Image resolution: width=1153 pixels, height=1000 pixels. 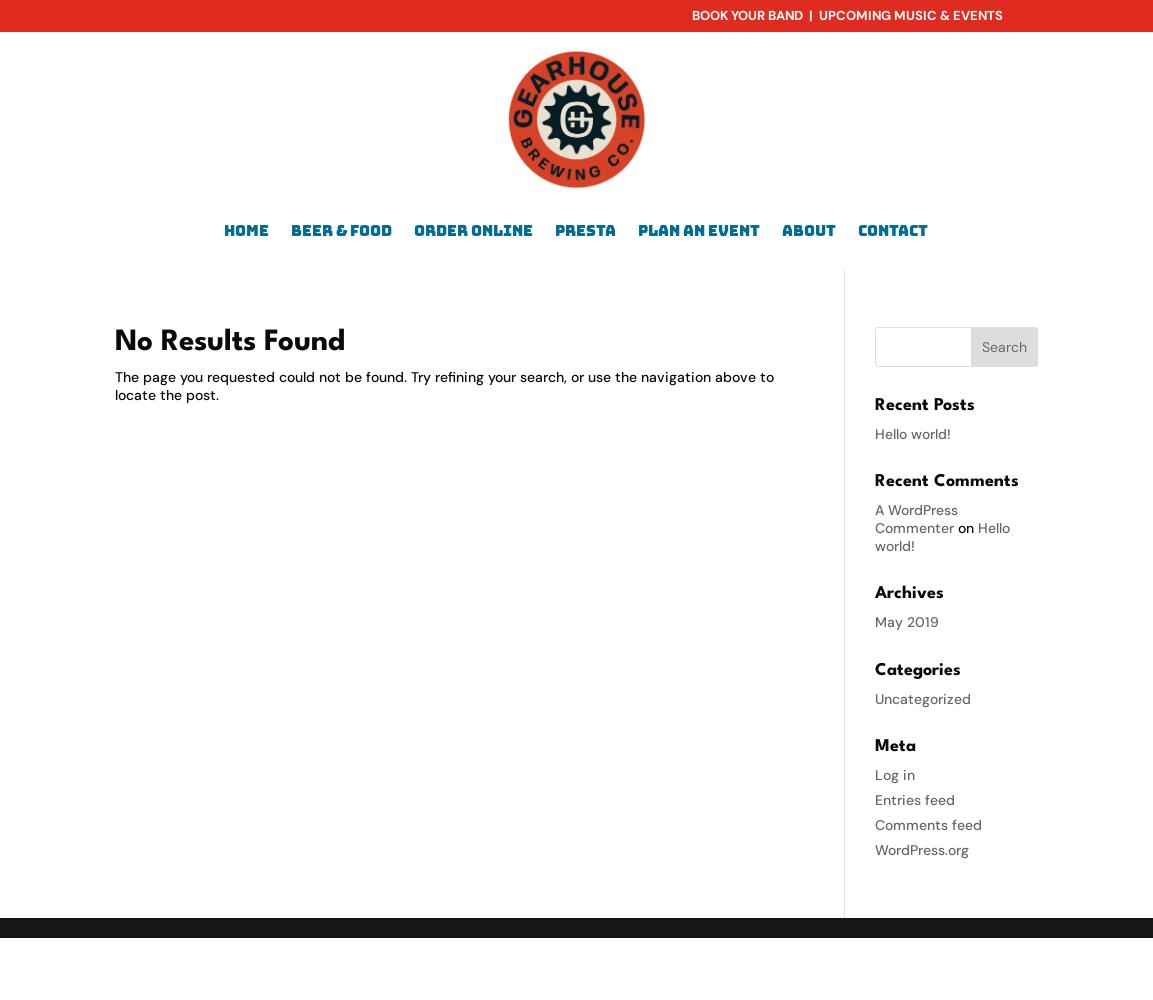 What do you see at coordinates (444, 385) in the screenshot?
I see `'The page you requested could not be found. Try refining your search, or use the navigation above to locate the post.'` at bounding box center [444, 385].